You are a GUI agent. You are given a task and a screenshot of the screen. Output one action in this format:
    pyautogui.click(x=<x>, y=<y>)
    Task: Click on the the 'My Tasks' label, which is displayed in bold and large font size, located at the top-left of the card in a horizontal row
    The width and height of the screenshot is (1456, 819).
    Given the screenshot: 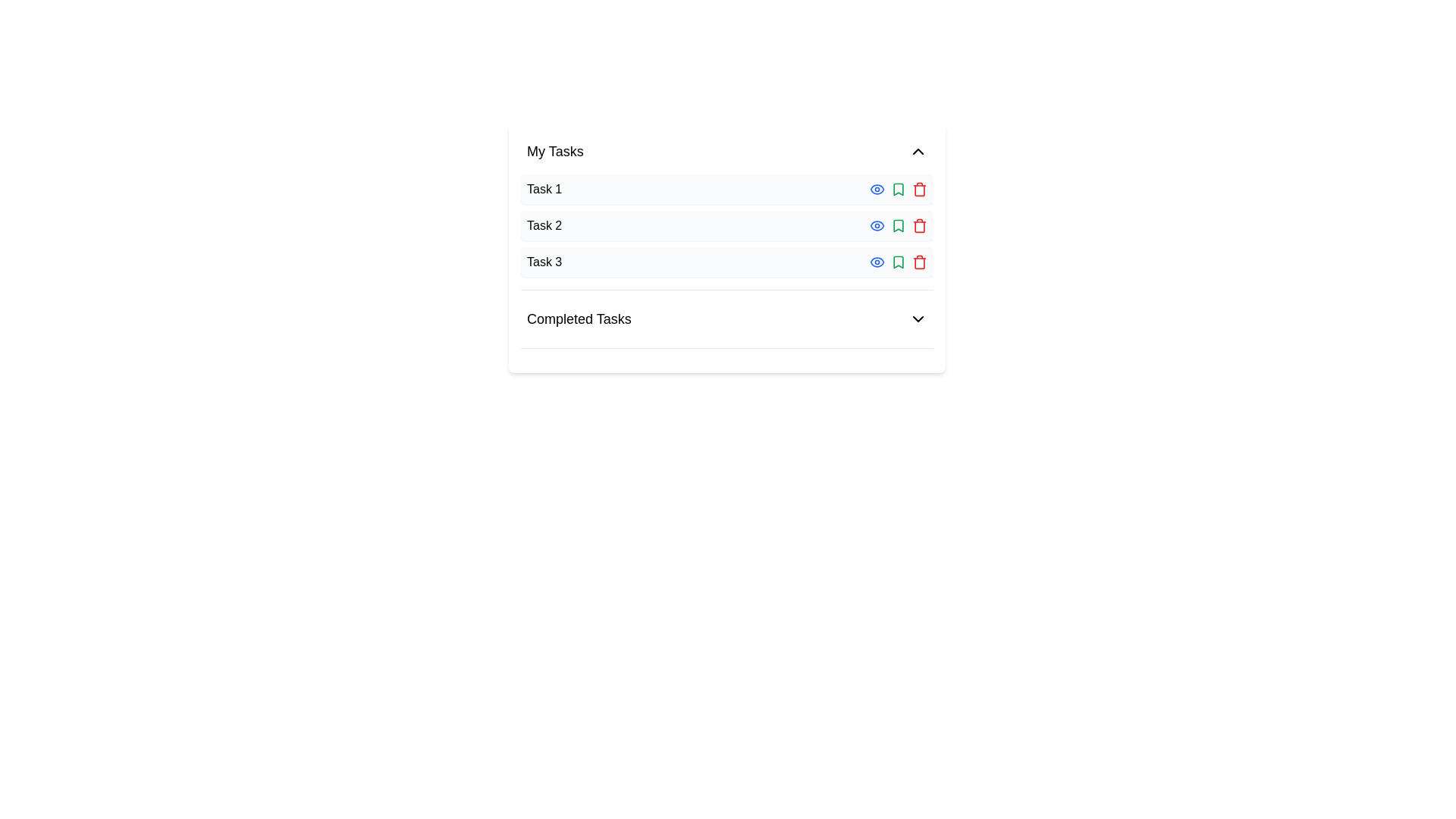 What is the action you would take?
    pyautogui.click(x=554, y=152)
    